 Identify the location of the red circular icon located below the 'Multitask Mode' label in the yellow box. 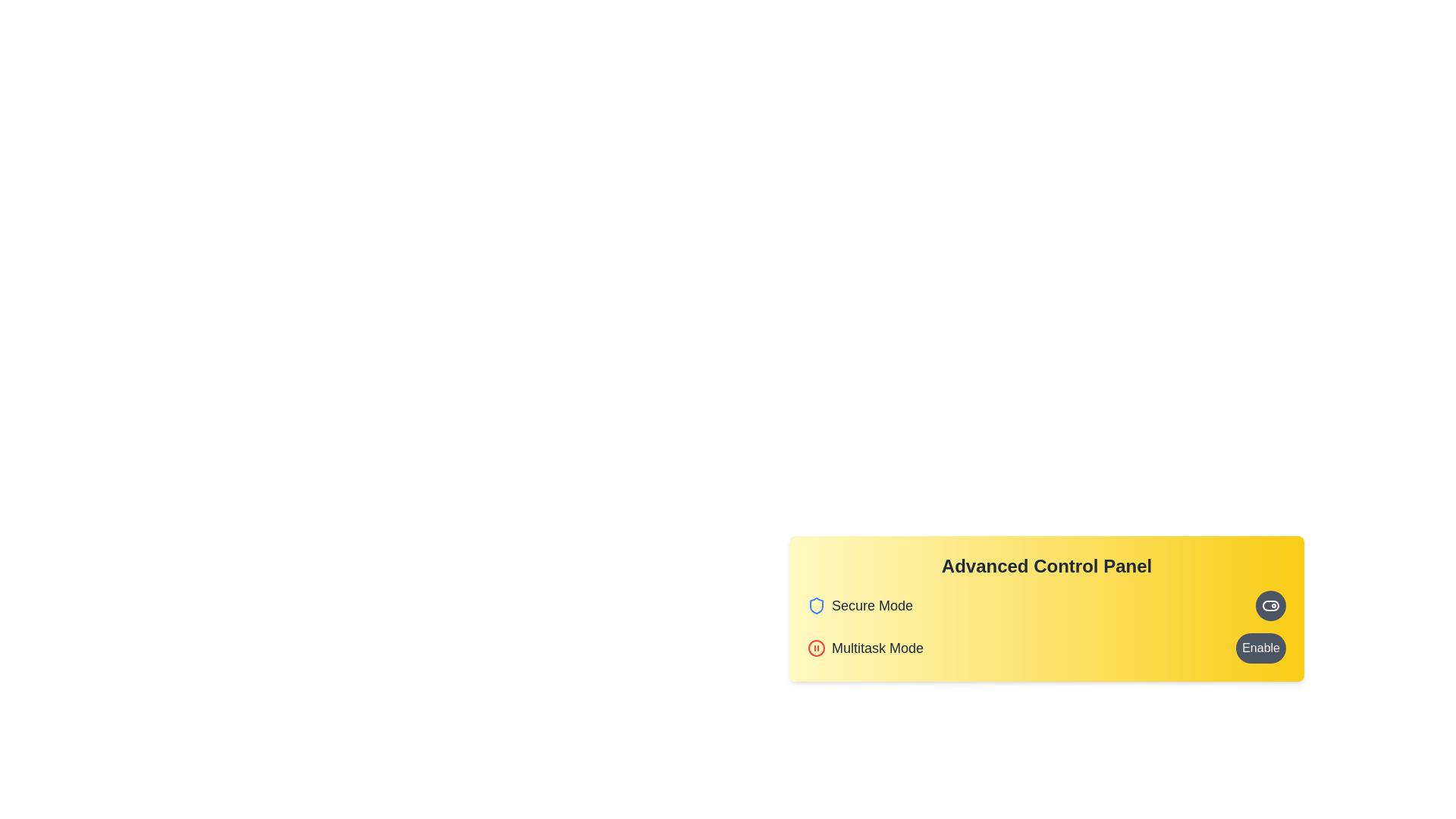
(815, 648).